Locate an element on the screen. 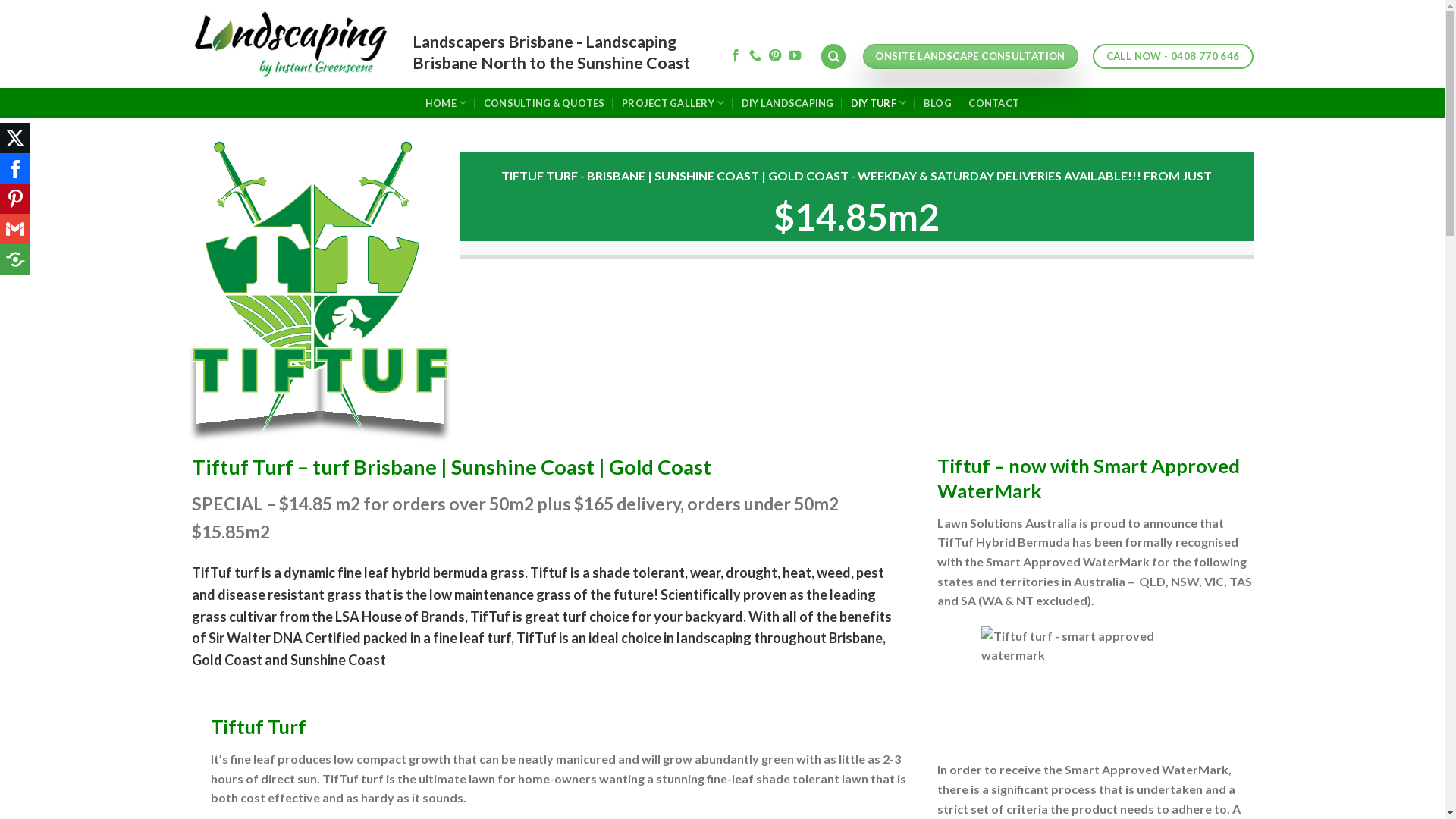 Image resolution: width=1456 pixels, height=819 pixels. 'CALL NOW - 0408 770 646' is located at coordinates (1092, 55).